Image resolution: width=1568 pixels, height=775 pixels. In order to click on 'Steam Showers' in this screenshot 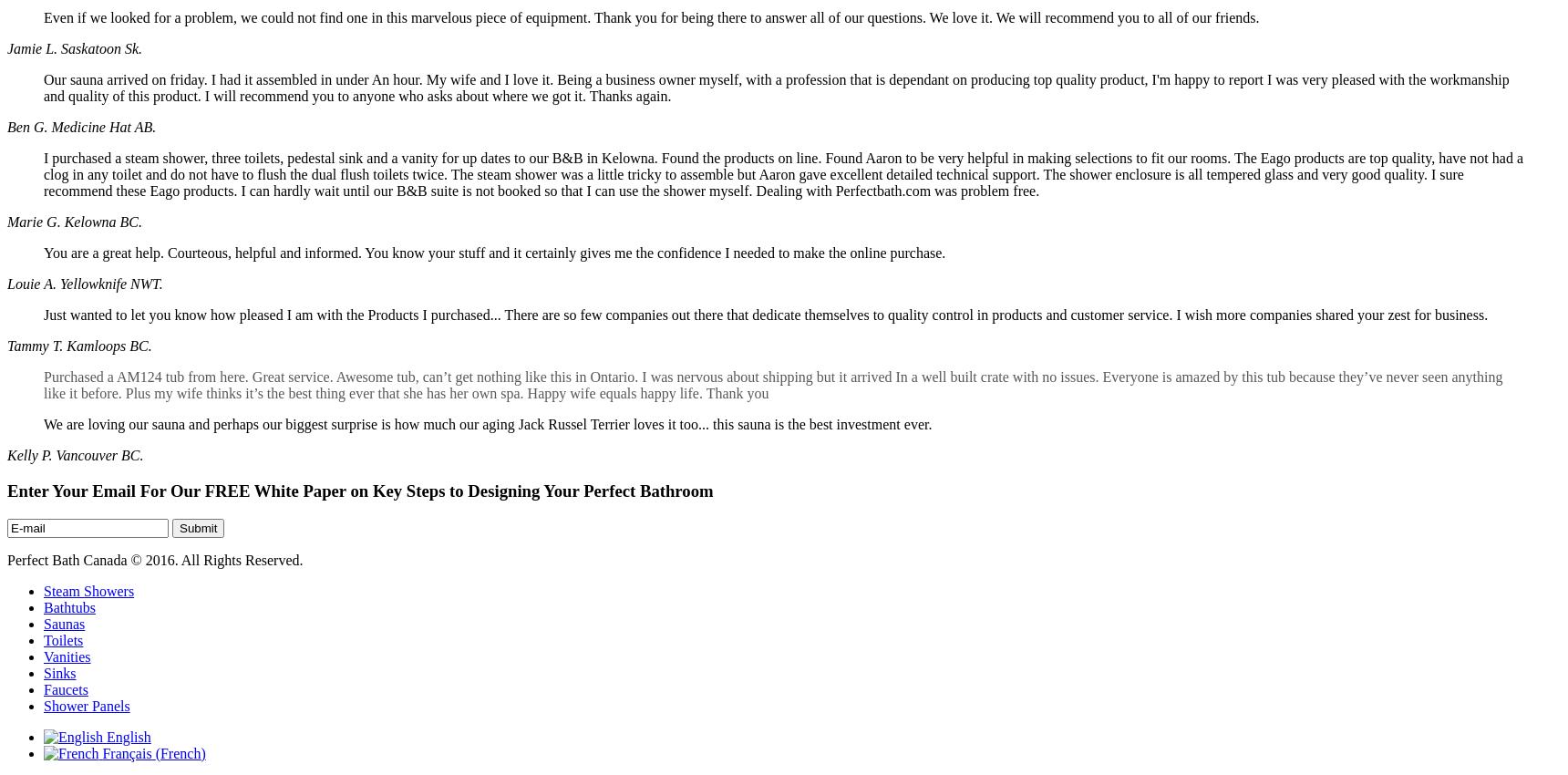, I will do `click(88, 590)`.